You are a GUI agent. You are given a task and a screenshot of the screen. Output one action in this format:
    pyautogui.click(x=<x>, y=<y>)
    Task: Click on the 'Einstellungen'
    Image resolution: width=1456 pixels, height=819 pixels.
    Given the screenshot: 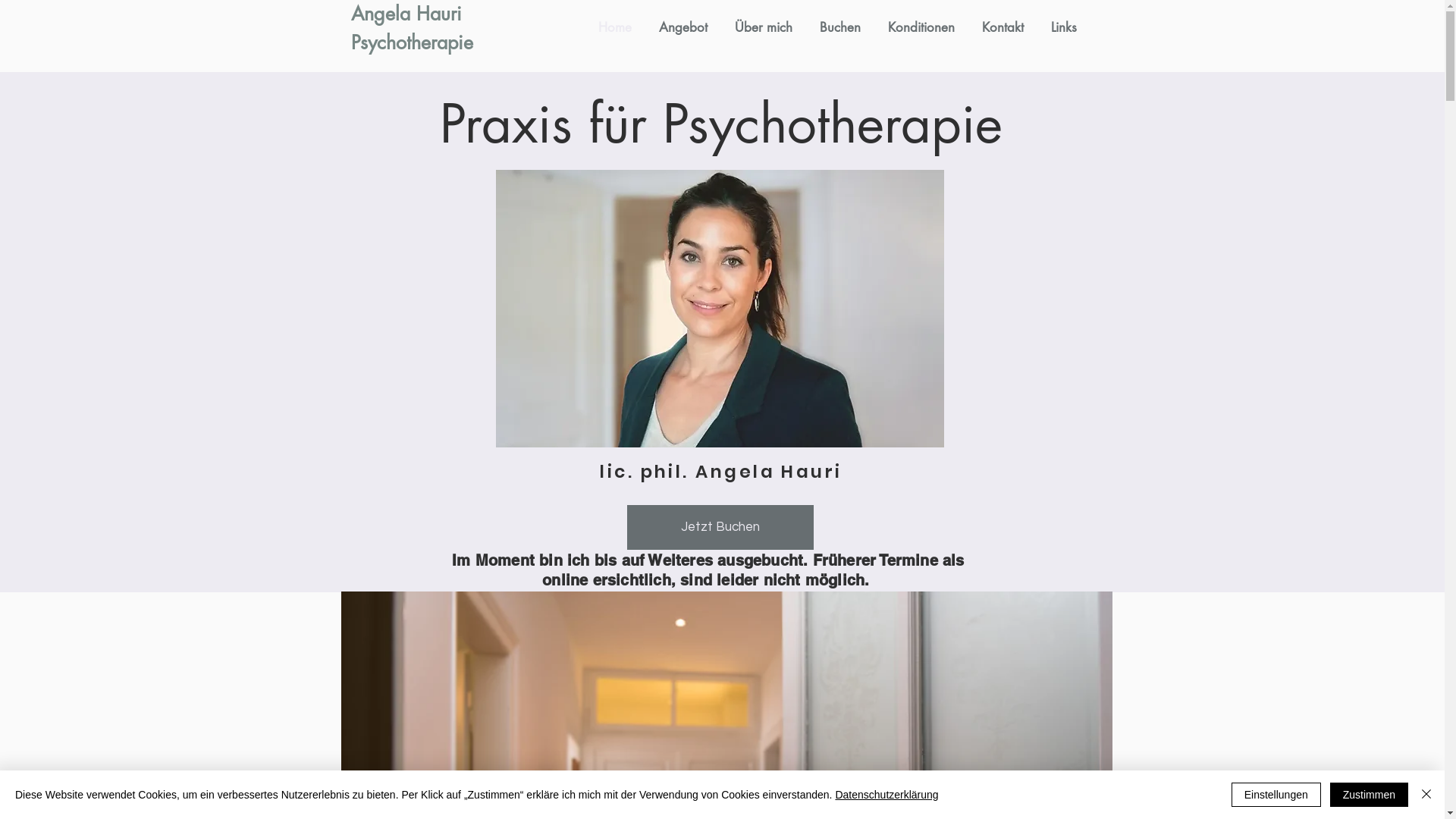 What is the action you would take?
    pyautogui.click(x=1276, y=794)
    